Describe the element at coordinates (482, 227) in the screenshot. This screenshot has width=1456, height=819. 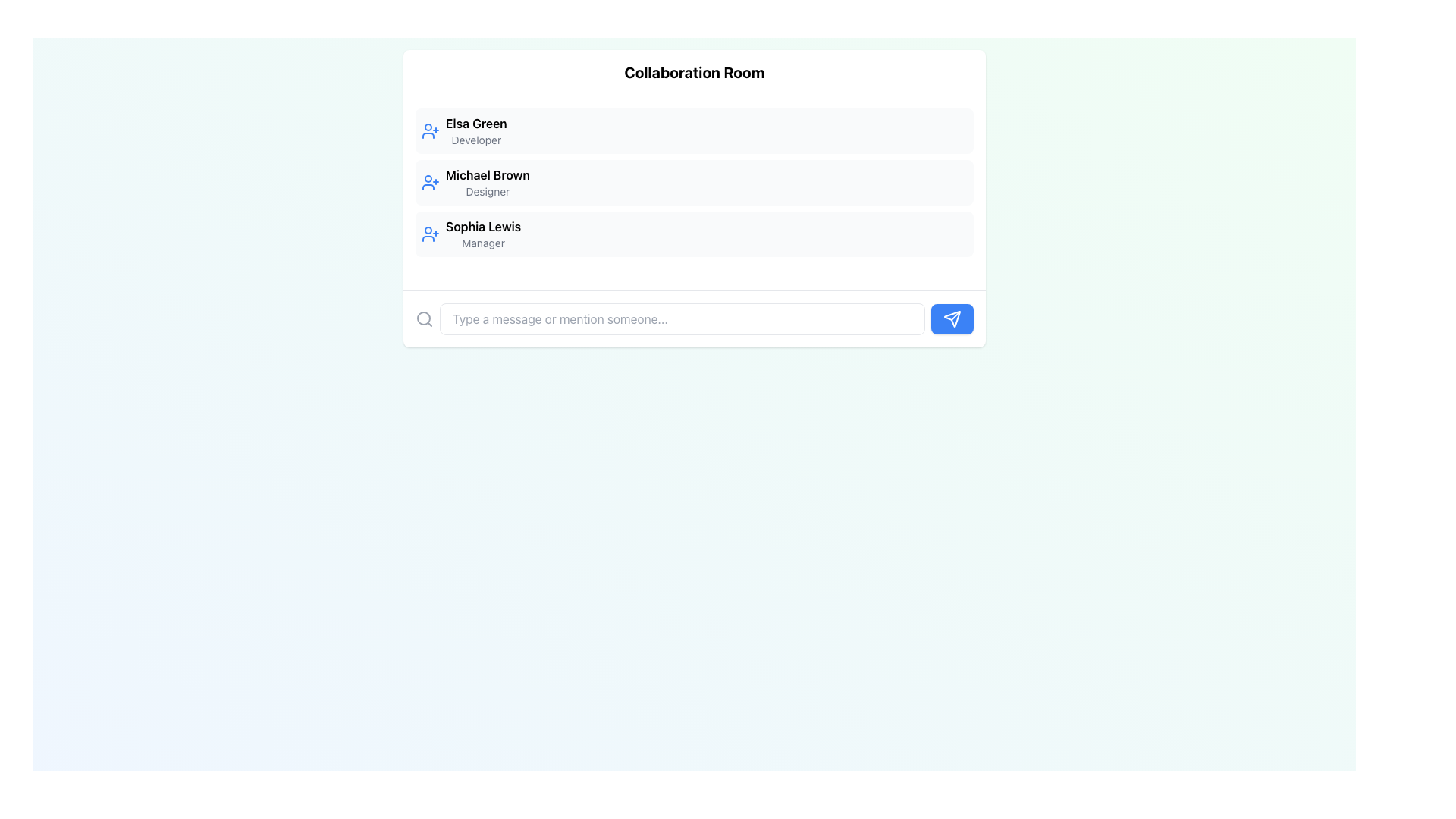
I see `the text label 'Sophia Lewis' which is styled in bold and located in the Collaboration Room list, positioned above 'Manager'` at that location.